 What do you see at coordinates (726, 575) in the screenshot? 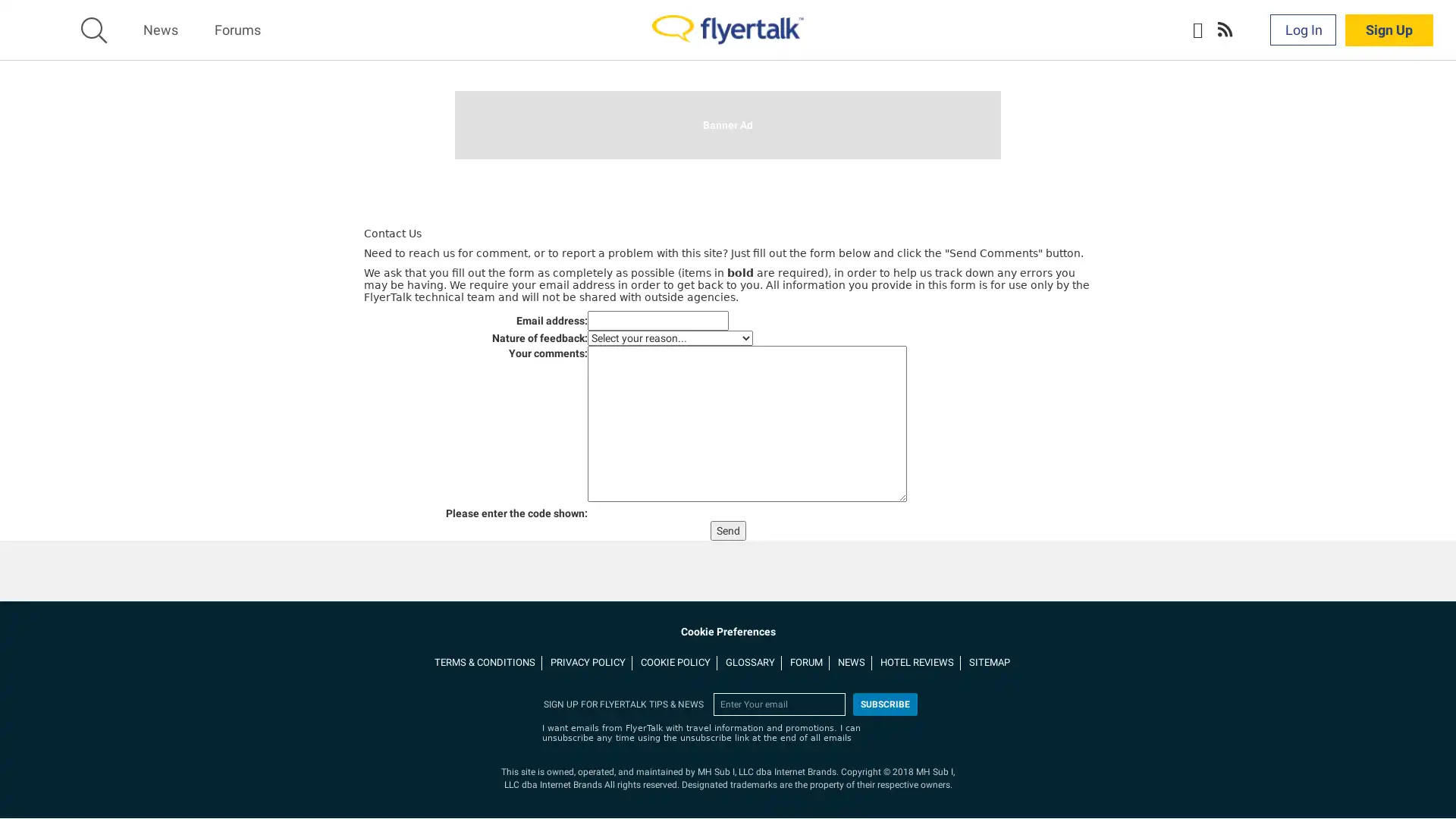
I see `Send` at bounding box center [726, 575].